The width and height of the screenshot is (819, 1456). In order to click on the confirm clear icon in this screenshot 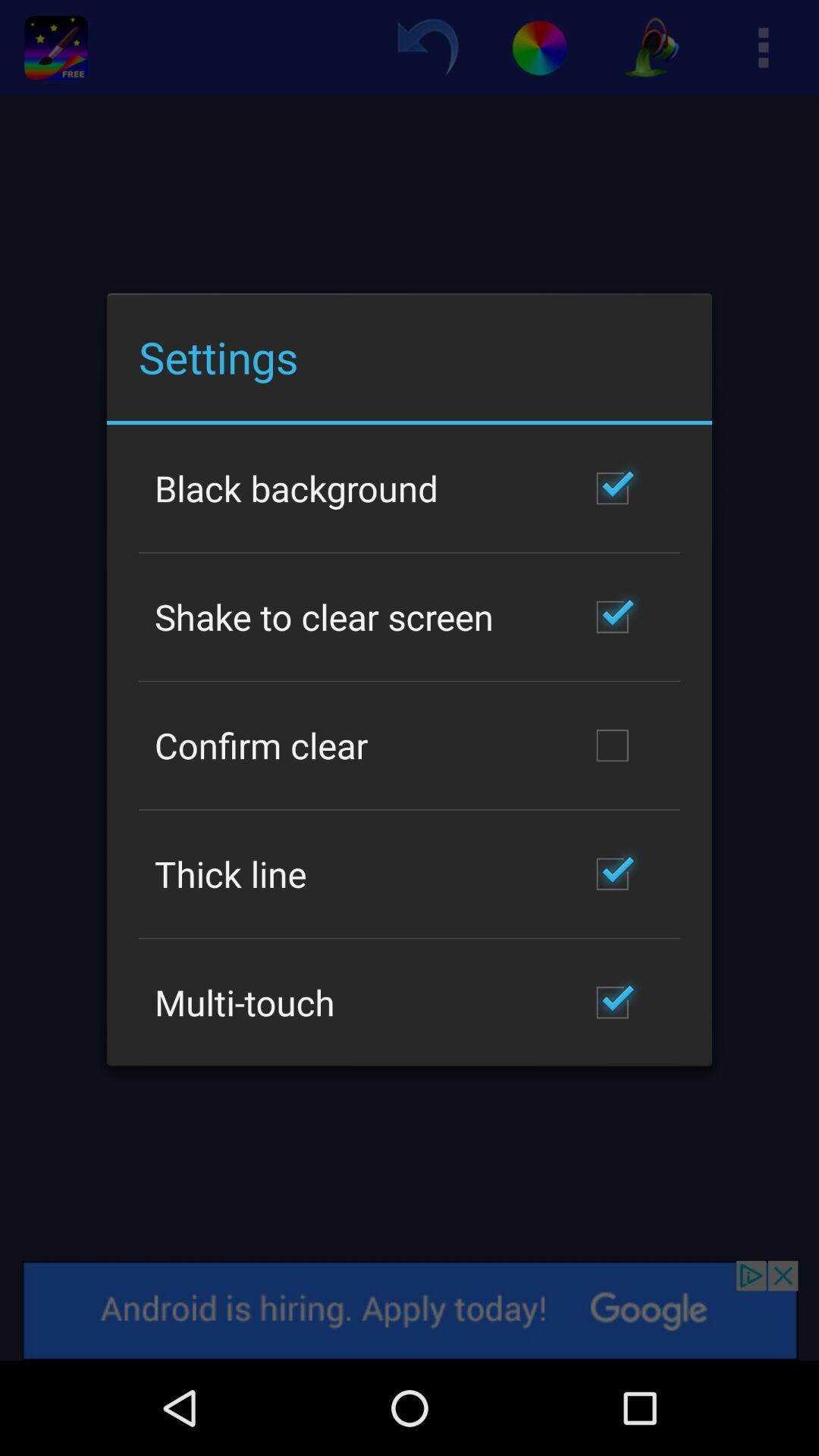, I will do `click(260, 745)`.